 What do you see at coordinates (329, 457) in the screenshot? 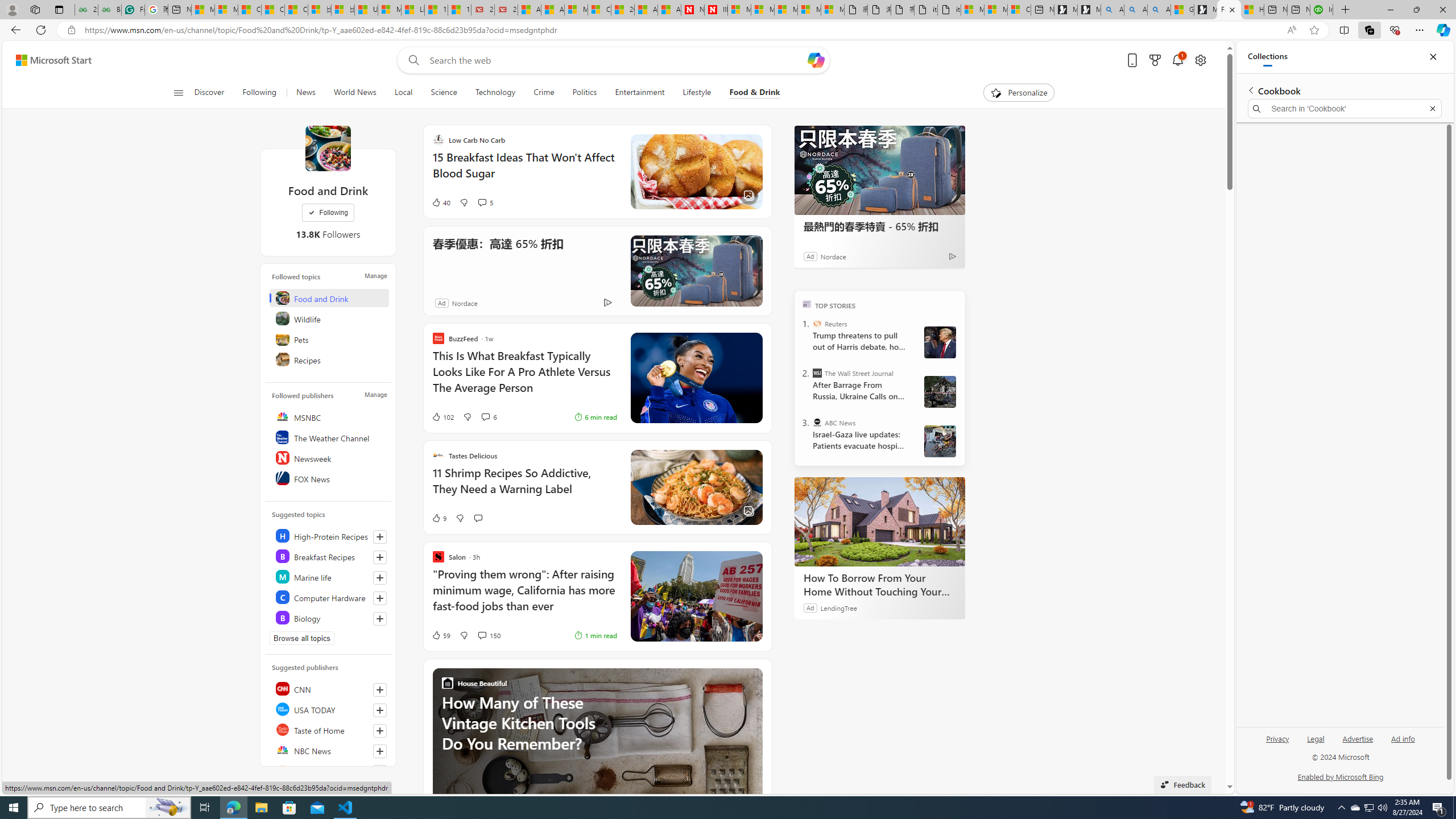
I see `'Newsweek'` at bounding box center [329, 457].